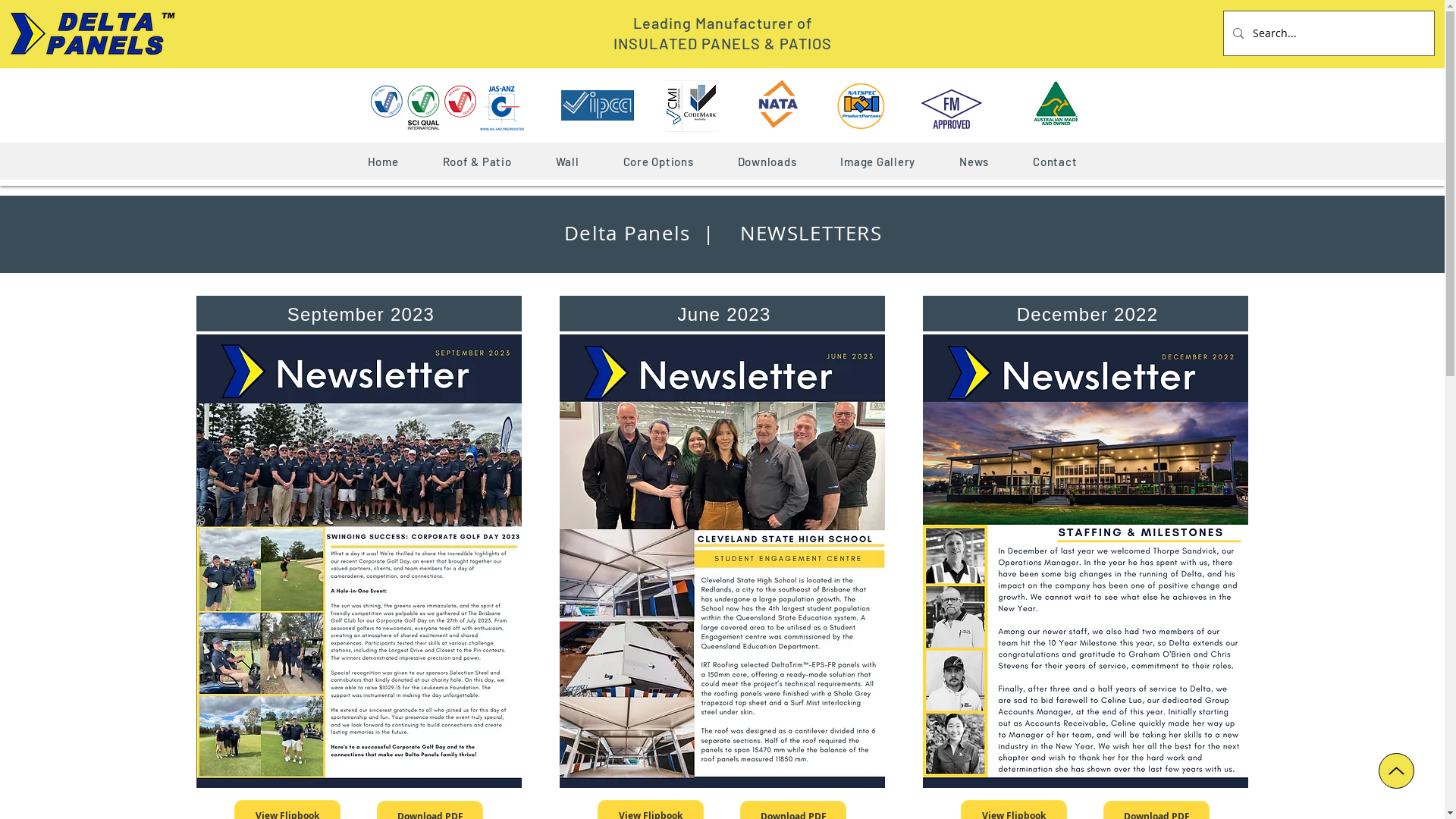 The width and height of the screenshot is (1456, 819). What do you see at coordinates (1054, 161) in the screenshot?
I see `'Contact'` at bounding box center [1054, 161].